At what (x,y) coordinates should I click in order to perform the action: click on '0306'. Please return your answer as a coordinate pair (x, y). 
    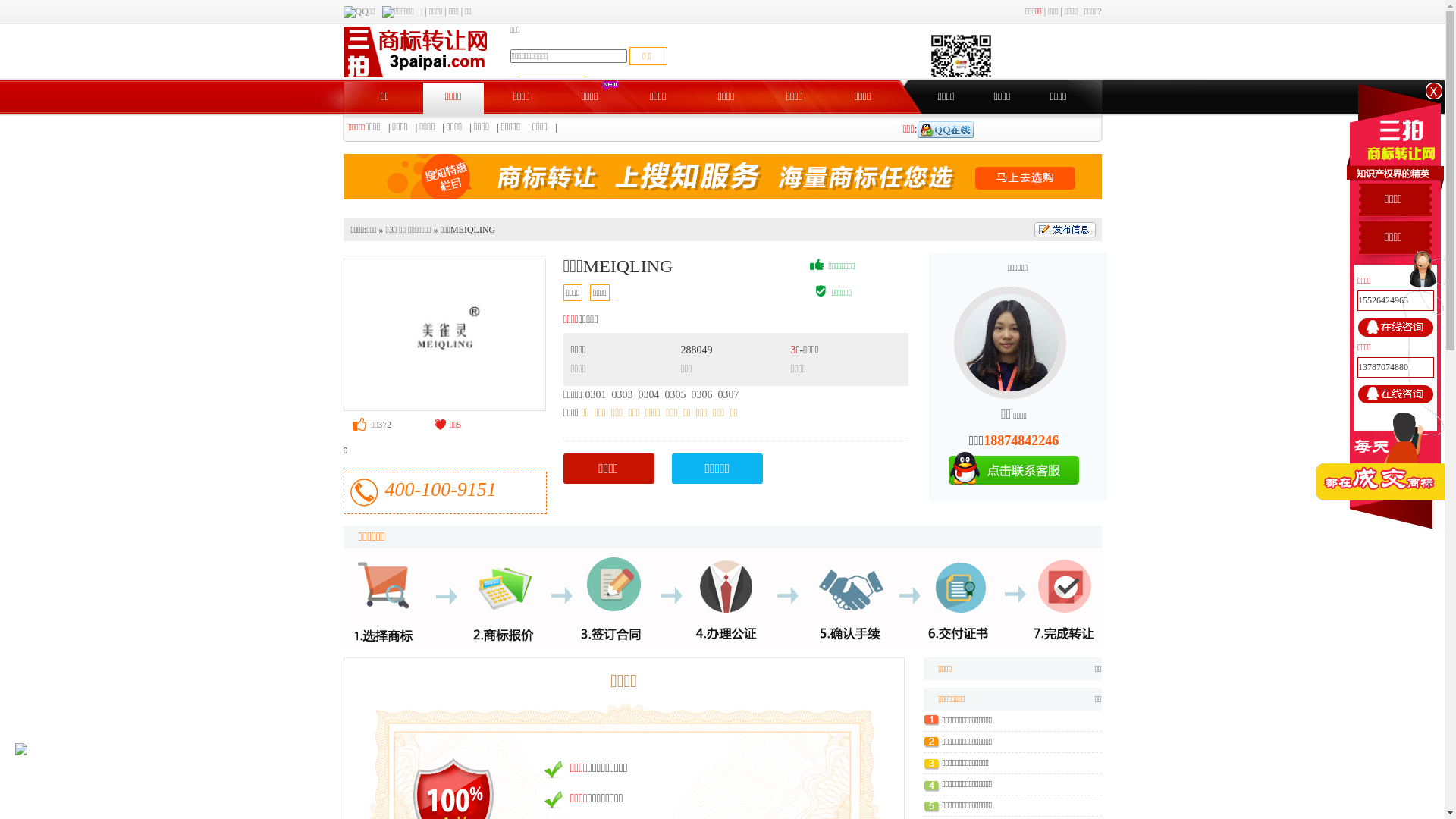
    Looking at the image, I should click on (701, 394).